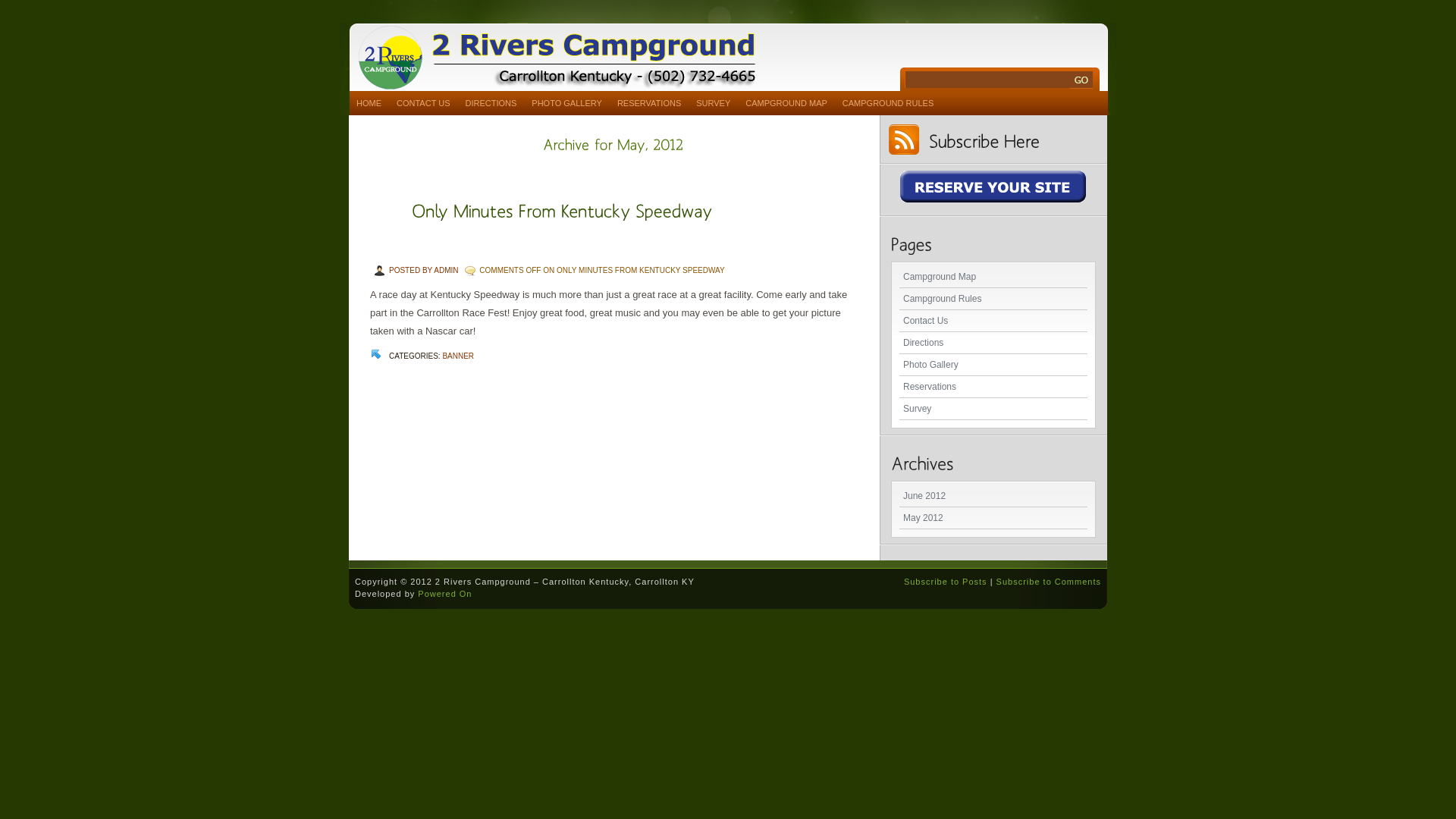 The image size is (1456, 819). I want to click on 'SURVEY', so click(712, 102).